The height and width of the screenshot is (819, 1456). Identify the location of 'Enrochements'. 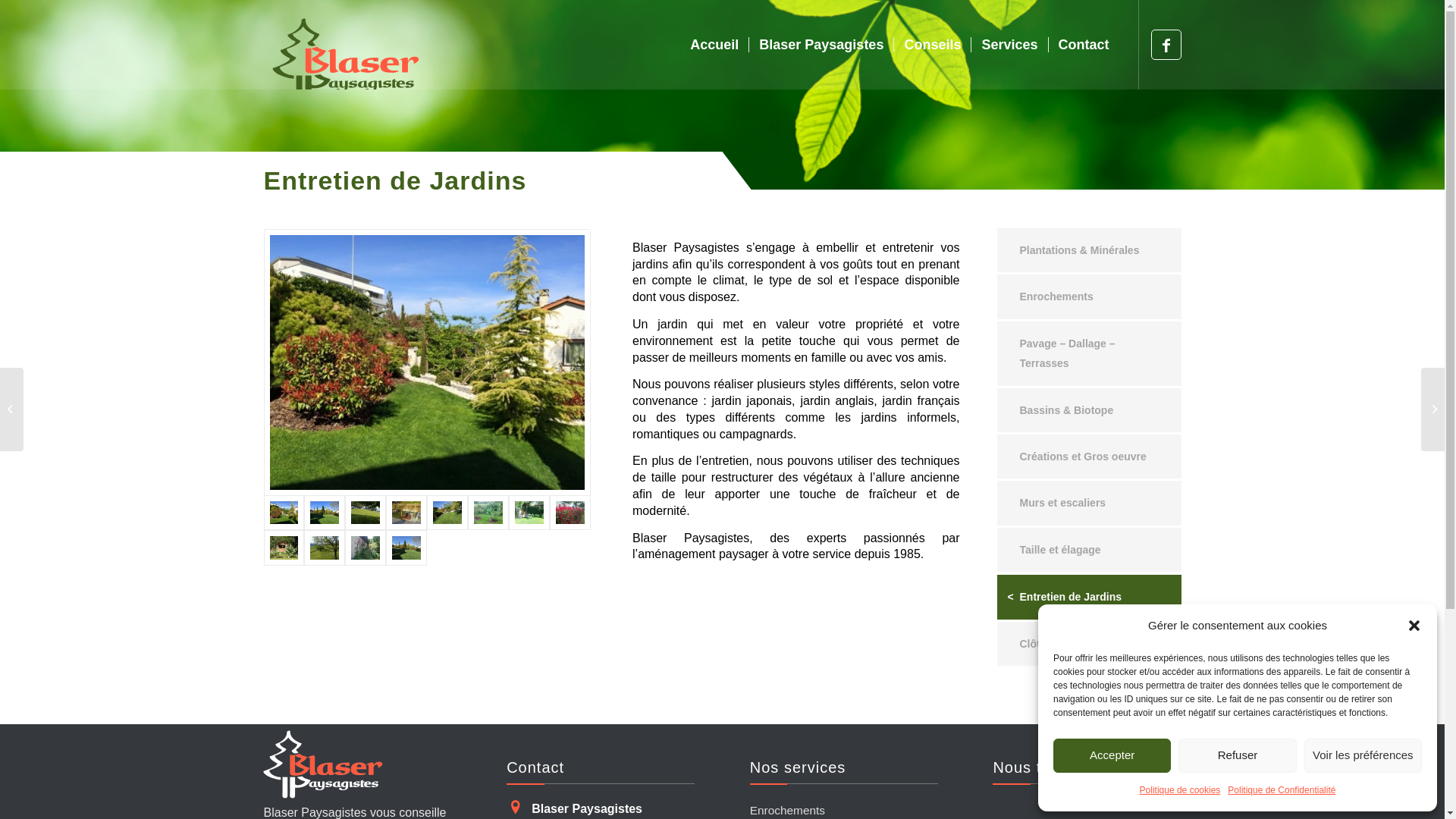
(1087, 296).